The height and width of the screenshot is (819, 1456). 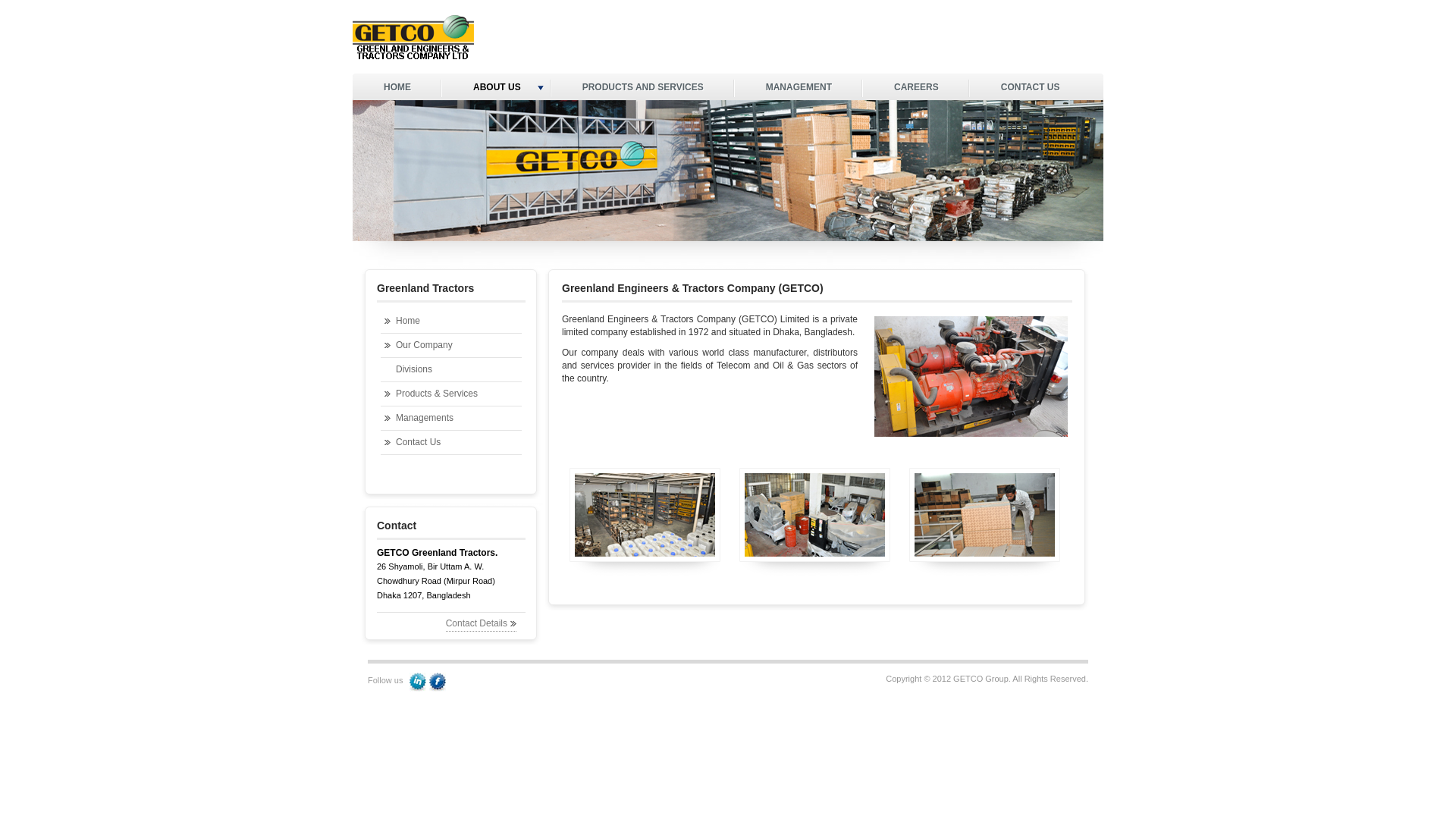 What do you see at coordinates (450, 393) in the screenshot?
I see `'Products & Services'` at bounding box center [450, 393].